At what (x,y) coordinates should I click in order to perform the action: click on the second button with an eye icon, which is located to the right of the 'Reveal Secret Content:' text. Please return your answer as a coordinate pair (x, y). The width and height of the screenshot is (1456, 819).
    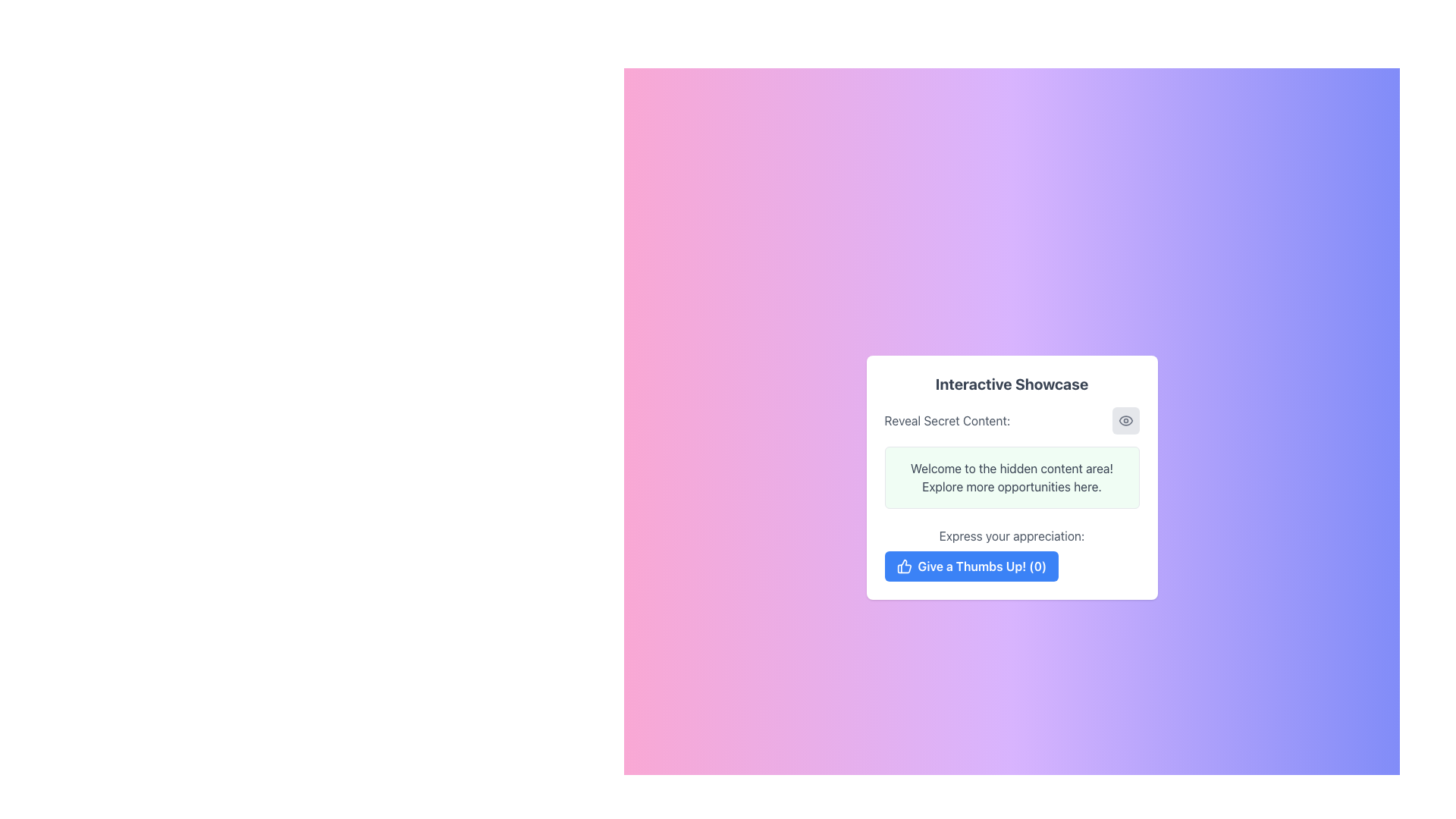
    Looking at the image, I should click on (1125, 421).